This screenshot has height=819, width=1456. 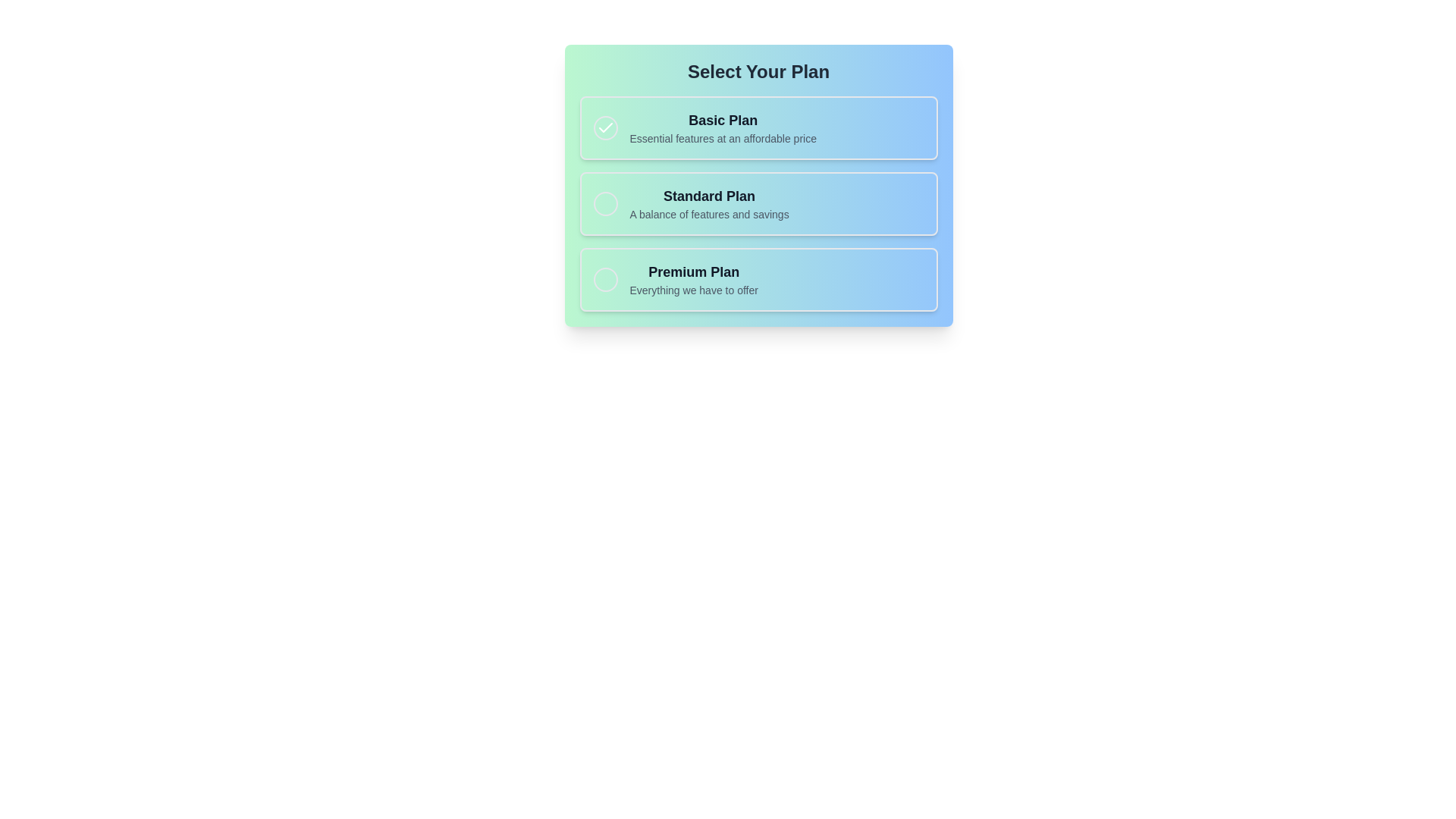 What do you see at coordinates (722, 127) in the screenshot?
I see `the 'Basic Plan' text block, which features a larger bold font for the title and a smaller description below it, situated within a light blue rectangular box with rounded corners in the 'Select Your Plan' section` at bounding box center [722, 127].